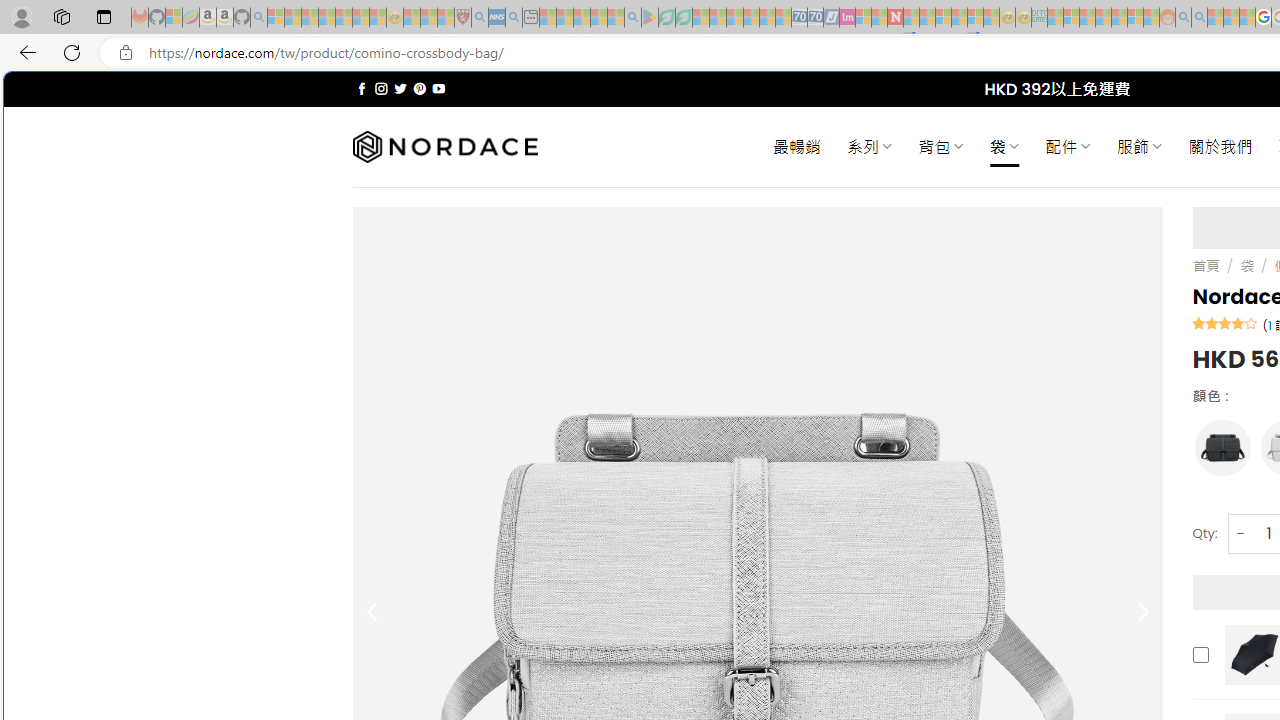 This screenshot has height=720, width=1280. I want to click on 'DITOGAMES AG Imprint - Sleeping', so click(1039, 17).